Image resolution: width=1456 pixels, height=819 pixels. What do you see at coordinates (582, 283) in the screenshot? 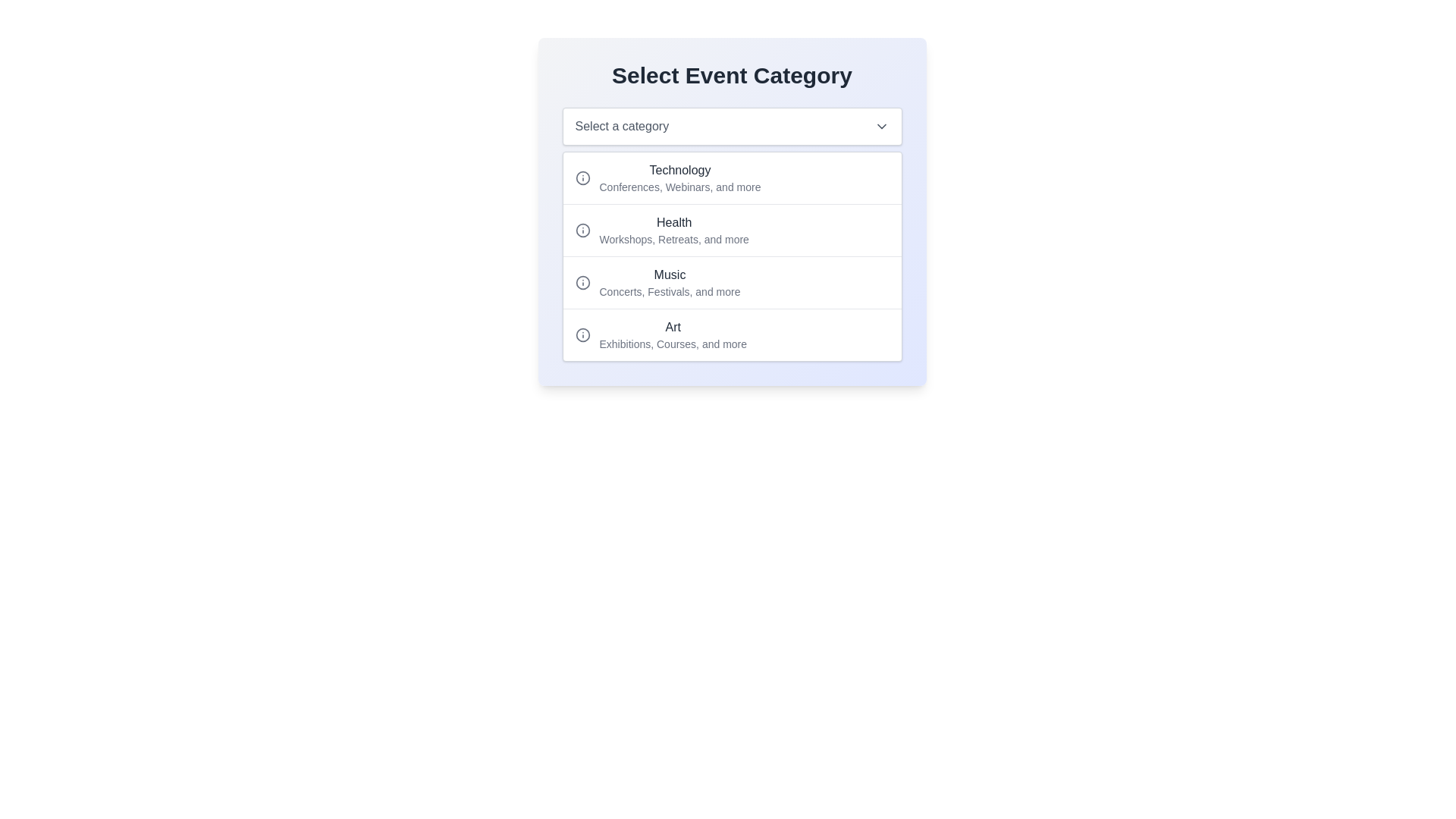
I see `the circular icon with a light gray border and white interior, which is located to the left of the 'Music' text in the third row of the dropdown list under 'Select Event Category'` at bounding box center [582, 283].